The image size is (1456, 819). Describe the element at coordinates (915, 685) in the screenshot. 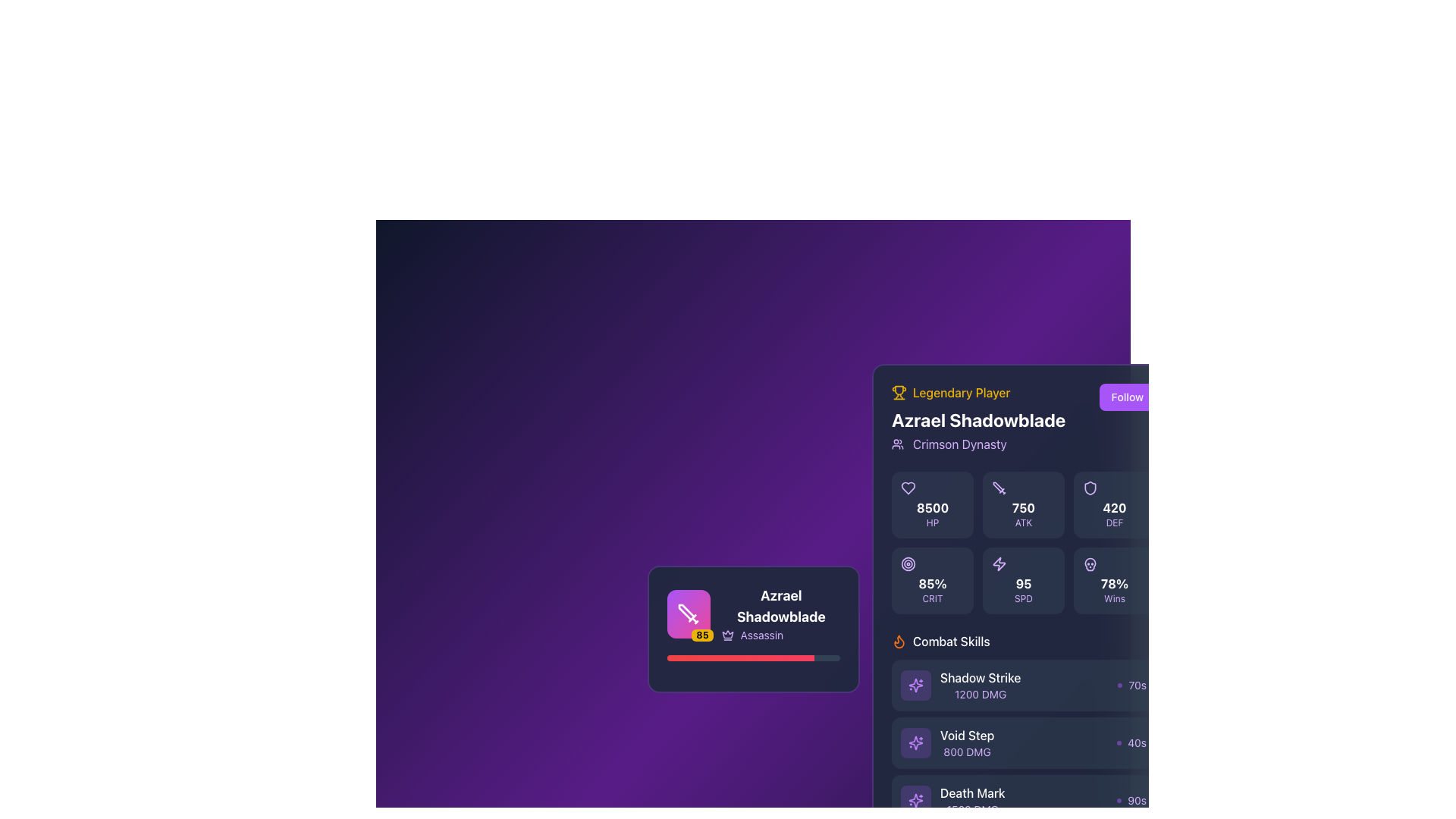

I see `the star-like icon with a purple hue located in the lower-mid region of the sidebar, characterized by its starburst-like design` at that location.